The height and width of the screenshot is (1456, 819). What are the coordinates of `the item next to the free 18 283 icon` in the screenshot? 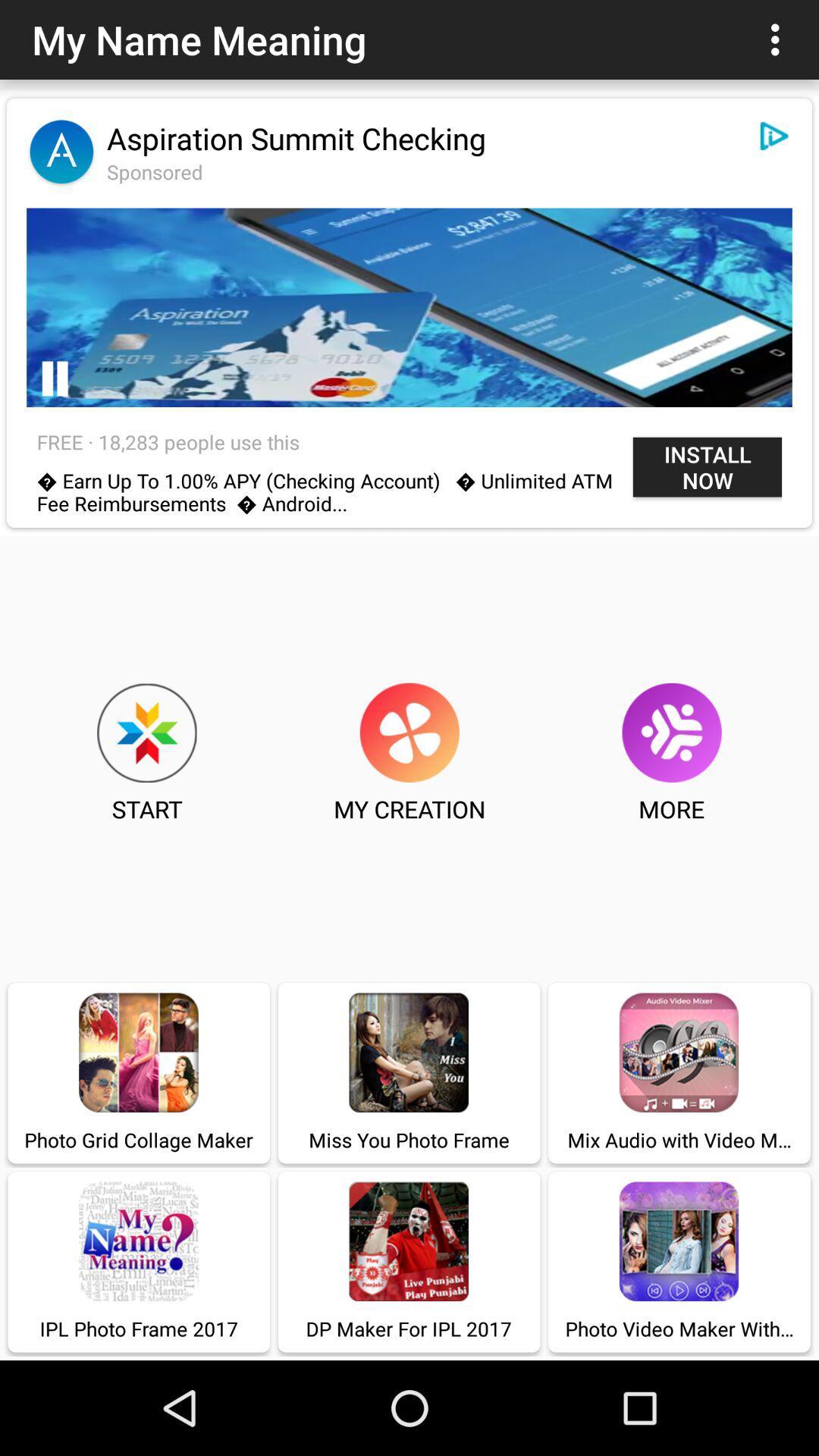 It's located at (708, 466).